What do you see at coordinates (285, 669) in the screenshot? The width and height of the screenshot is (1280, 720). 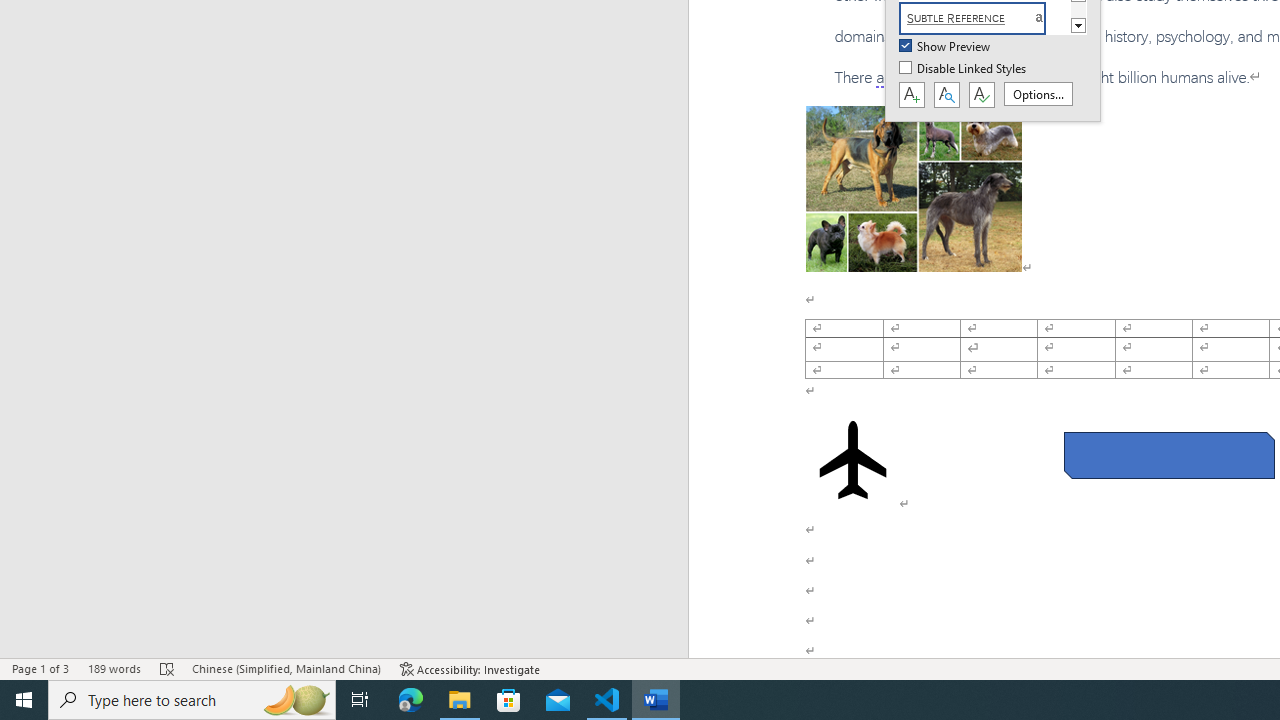 I see `'Language Chinese (Simplified, Mainland China)'` at bounding box center [285, 669].